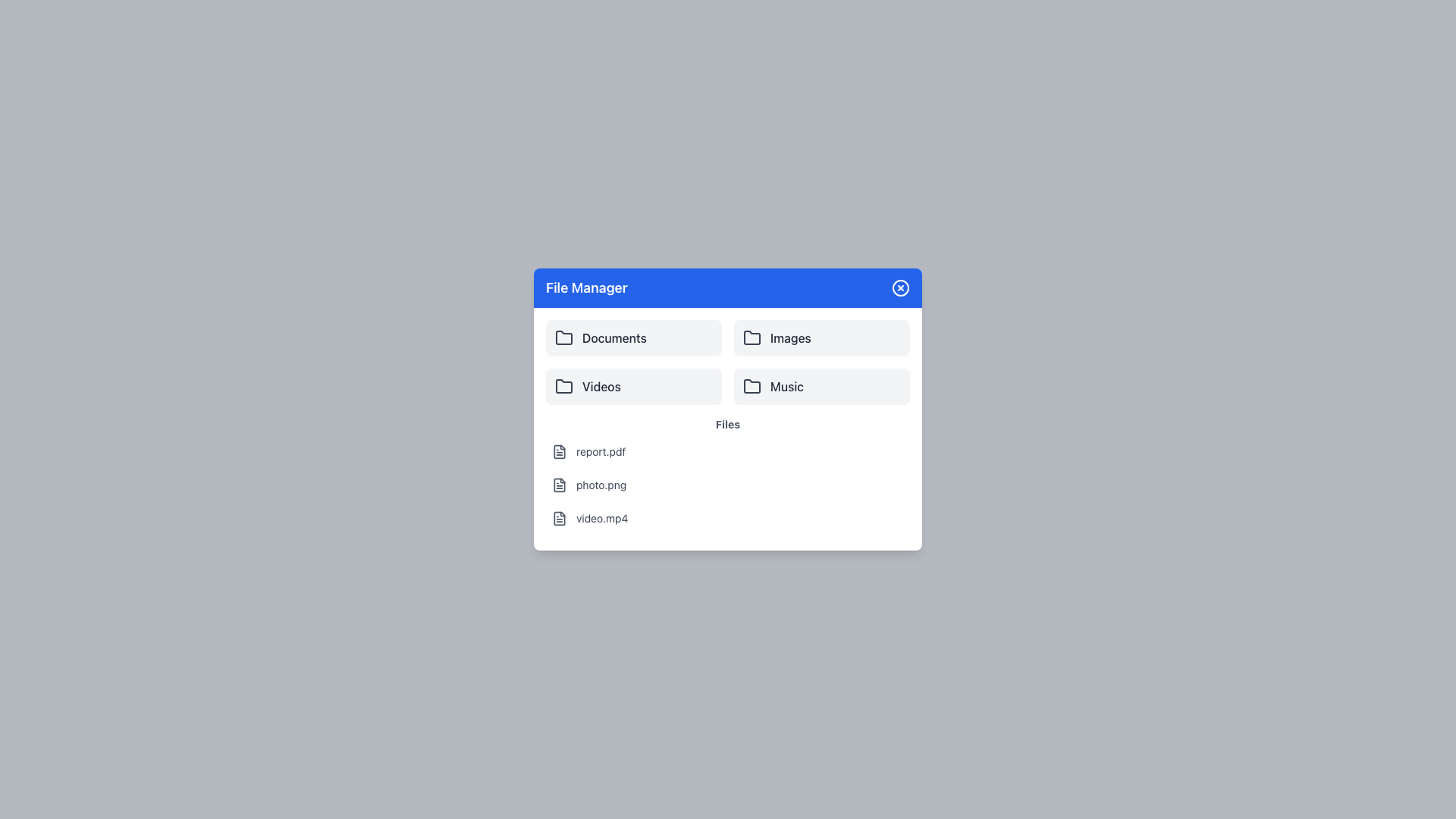 This screenshot has width=1456, height=819. What do you see at coordinates (559, 451) in the screenshot?
I see `the file icon representing 'report.pdf'` at bounding box center [559, 451].